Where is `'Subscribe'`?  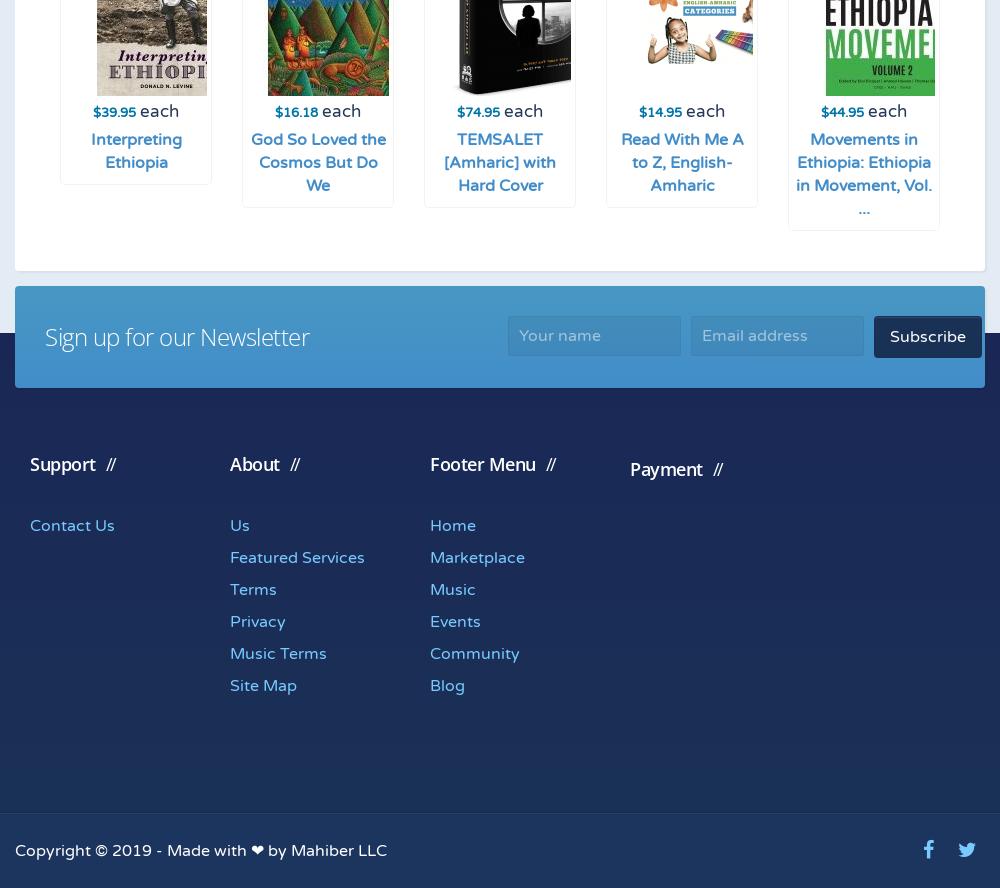
'Subscribe' is located at coordinates (927, 336).